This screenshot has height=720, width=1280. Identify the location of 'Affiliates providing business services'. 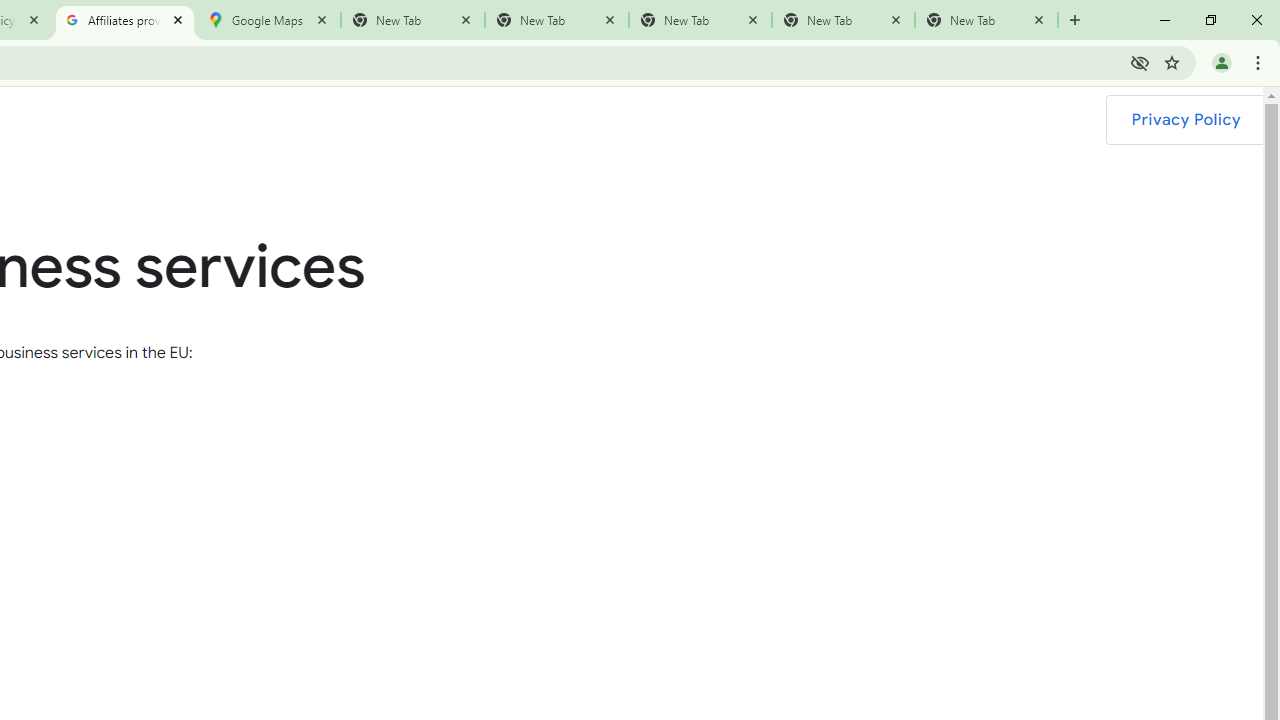
(123, 20).